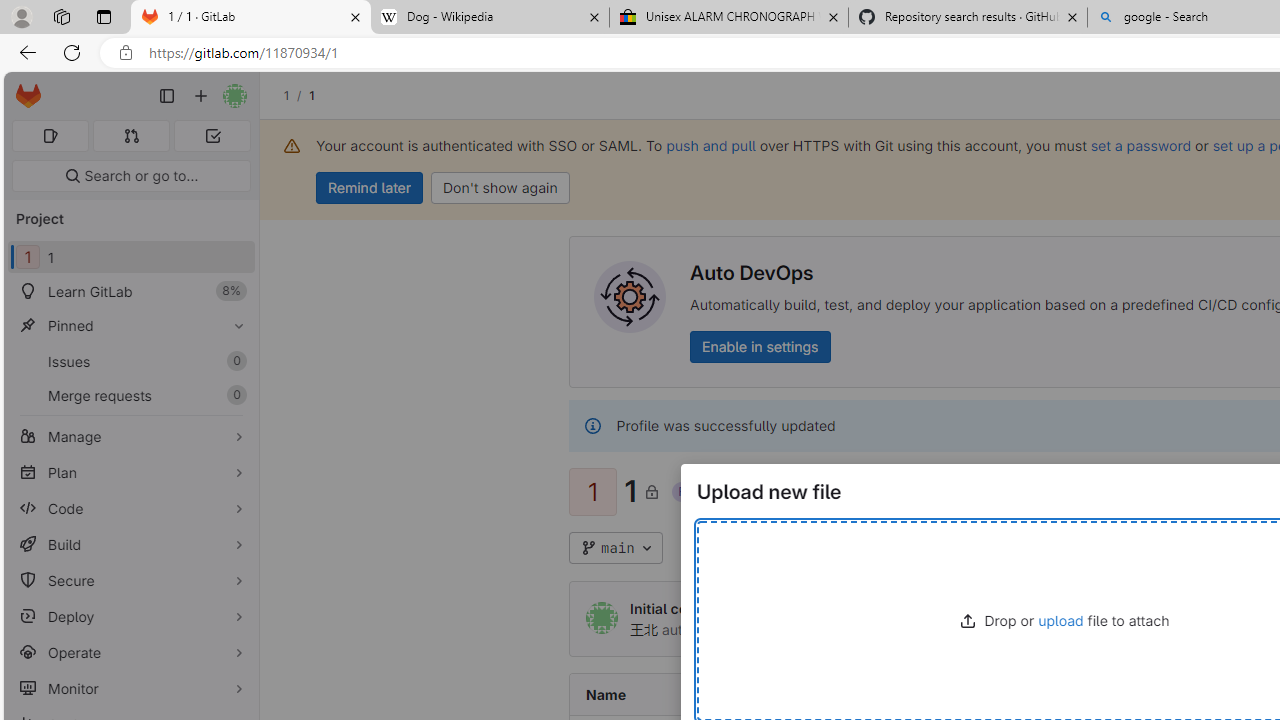 Image resolution: width=1280 pixels, height=720 pixels. What do you see at coordinates (130, 324) in the screenshot?
I see `'Pinned'` at bounding box center [130, 324].